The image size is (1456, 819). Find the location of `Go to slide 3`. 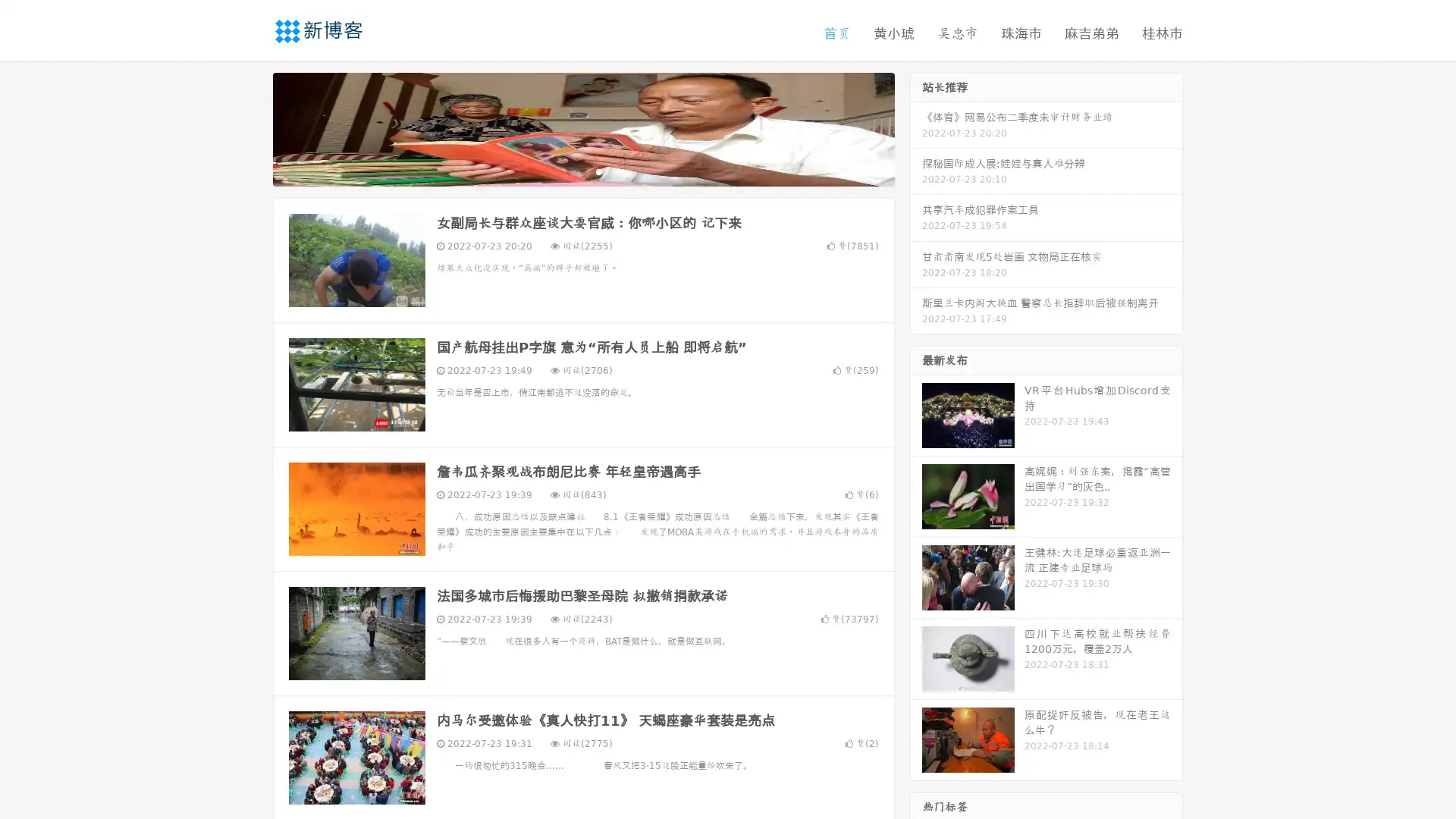

Go to slide 3 is located at coordinates (598, 171).